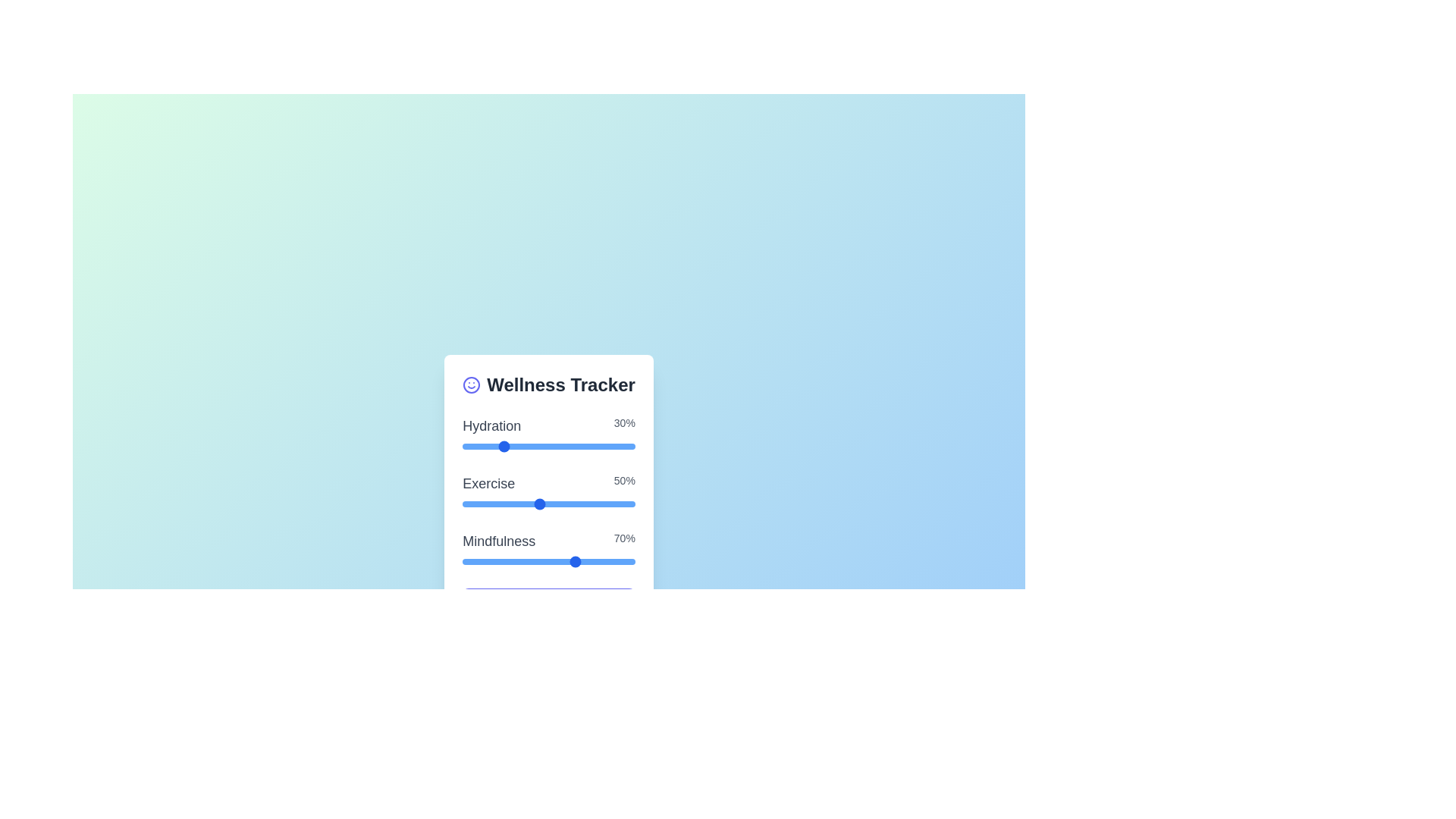 Image resolution: width=1456 pixels, height=819 pixels. Describe the element at coordinates (576, 446) in the screenshot. I see `the 'Hydration' slider to set its value to 7` at that location.